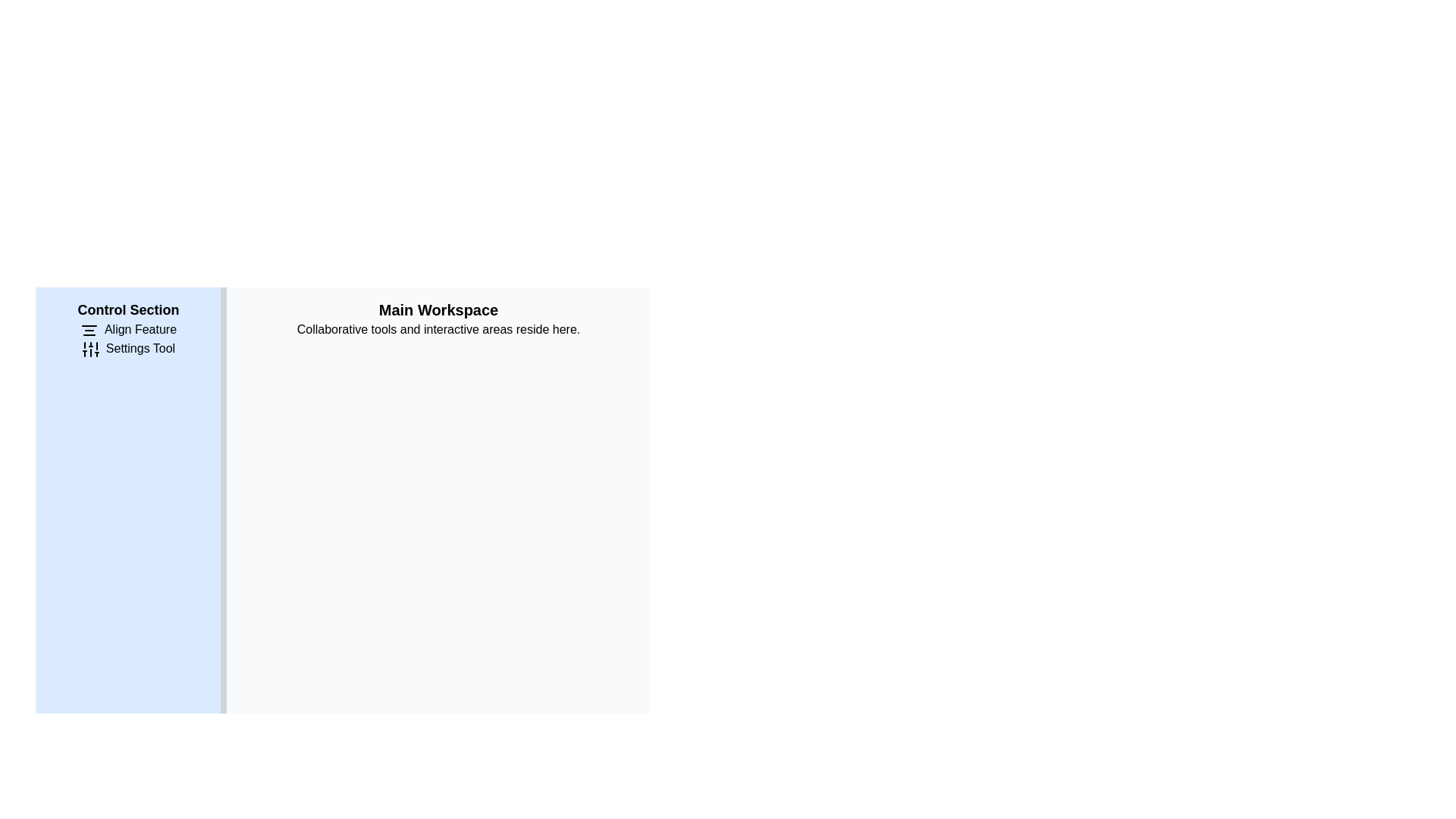  Describe the element at coordinates (128, 329) in the screenshot. I see `the 'Align Feature' menu item in the Control Section` at that location.